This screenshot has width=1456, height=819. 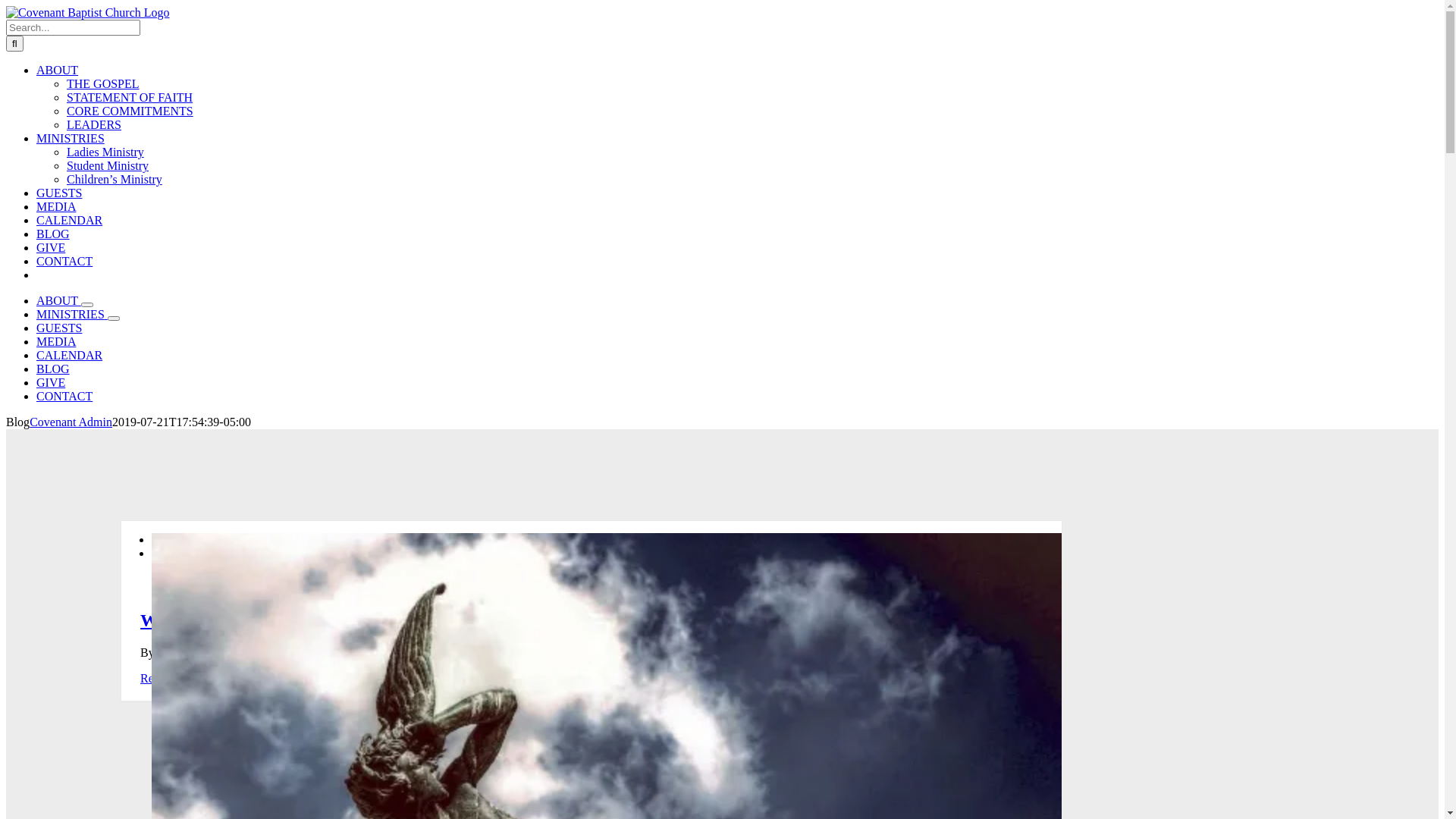 What do you see at coordinates (102, 83) in the screenshot?
I see `'THE GOSPEL'` at bounding box center [102, 83].